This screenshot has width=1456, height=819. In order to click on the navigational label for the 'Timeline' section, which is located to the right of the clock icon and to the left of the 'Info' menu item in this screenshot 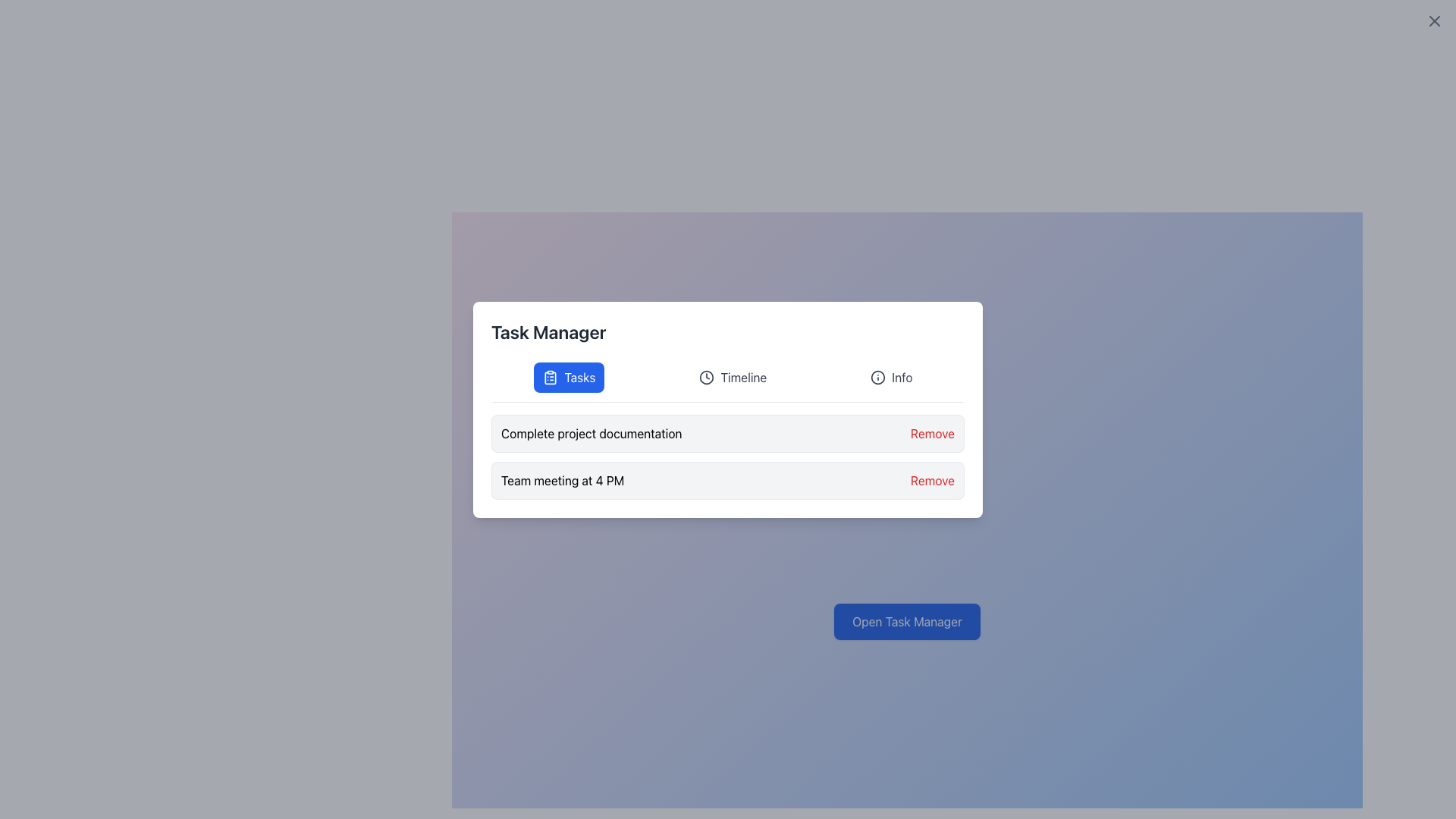, I will do `click(743, 376)`.